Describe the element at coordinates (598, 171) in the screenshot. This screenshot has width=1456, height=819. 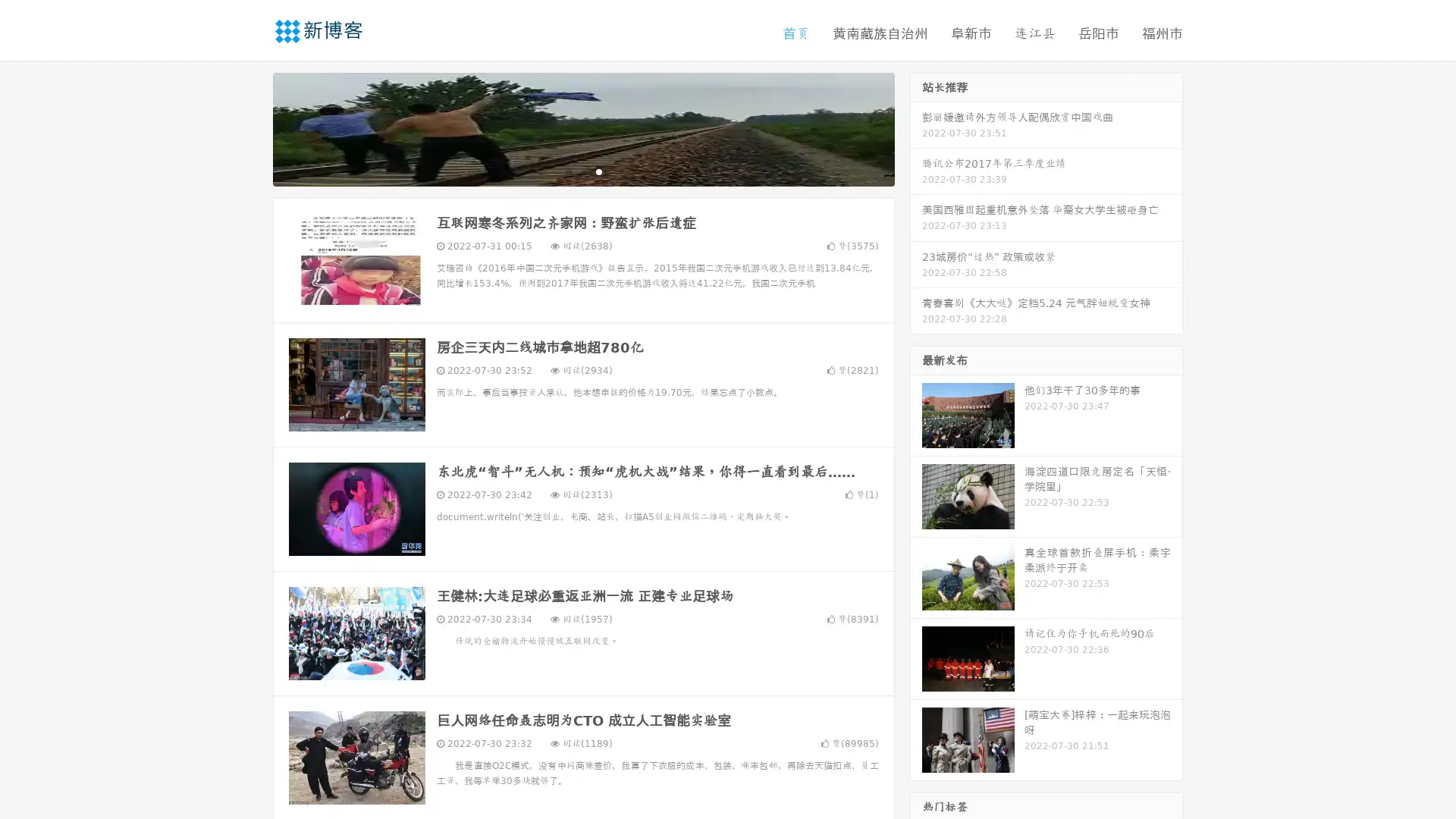
I see `Go to slide 3` at that location.